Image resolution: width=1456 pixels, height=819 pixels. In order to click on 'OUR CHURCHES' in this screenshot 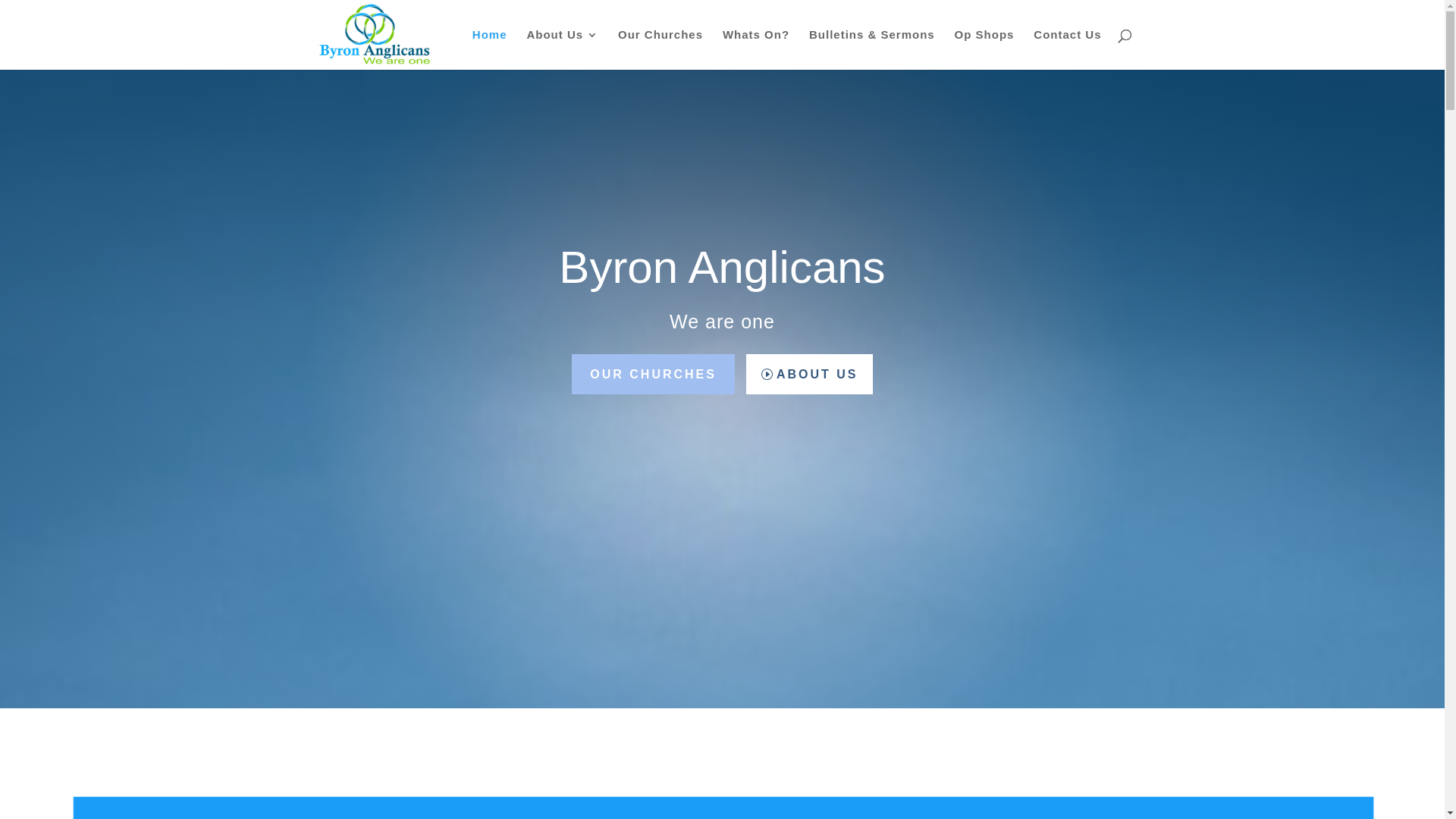, I will do `click(570, 374)`.